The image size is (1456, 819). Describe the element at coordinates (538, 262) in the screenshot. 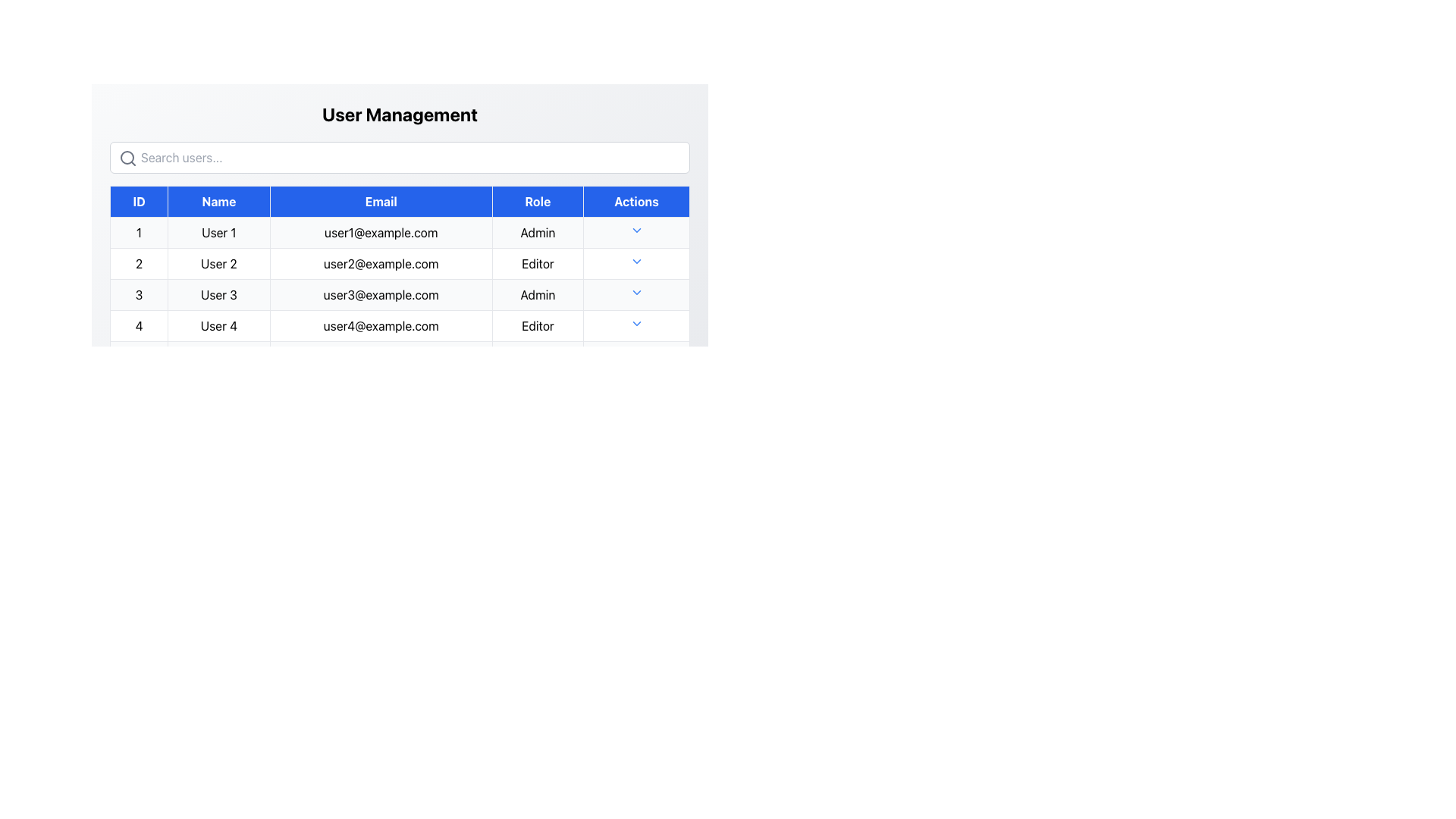

I see `the 'Editor' text label located in the fourth column of the second row under the 'Role' column header` at that location.